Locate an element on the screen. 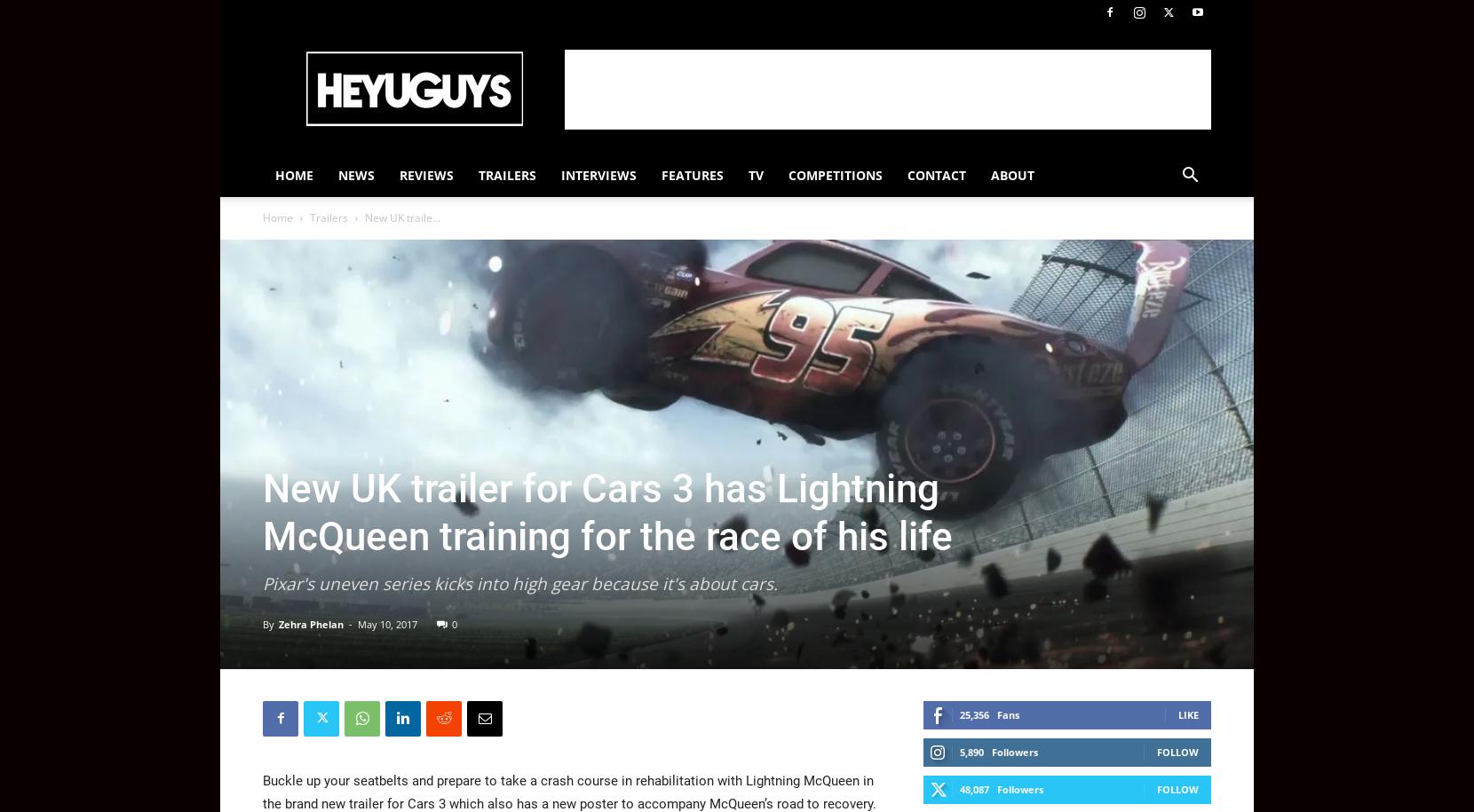 The width and height of the screenshot is (1474, 812). '5,890' is located at coordinates (971, 751).